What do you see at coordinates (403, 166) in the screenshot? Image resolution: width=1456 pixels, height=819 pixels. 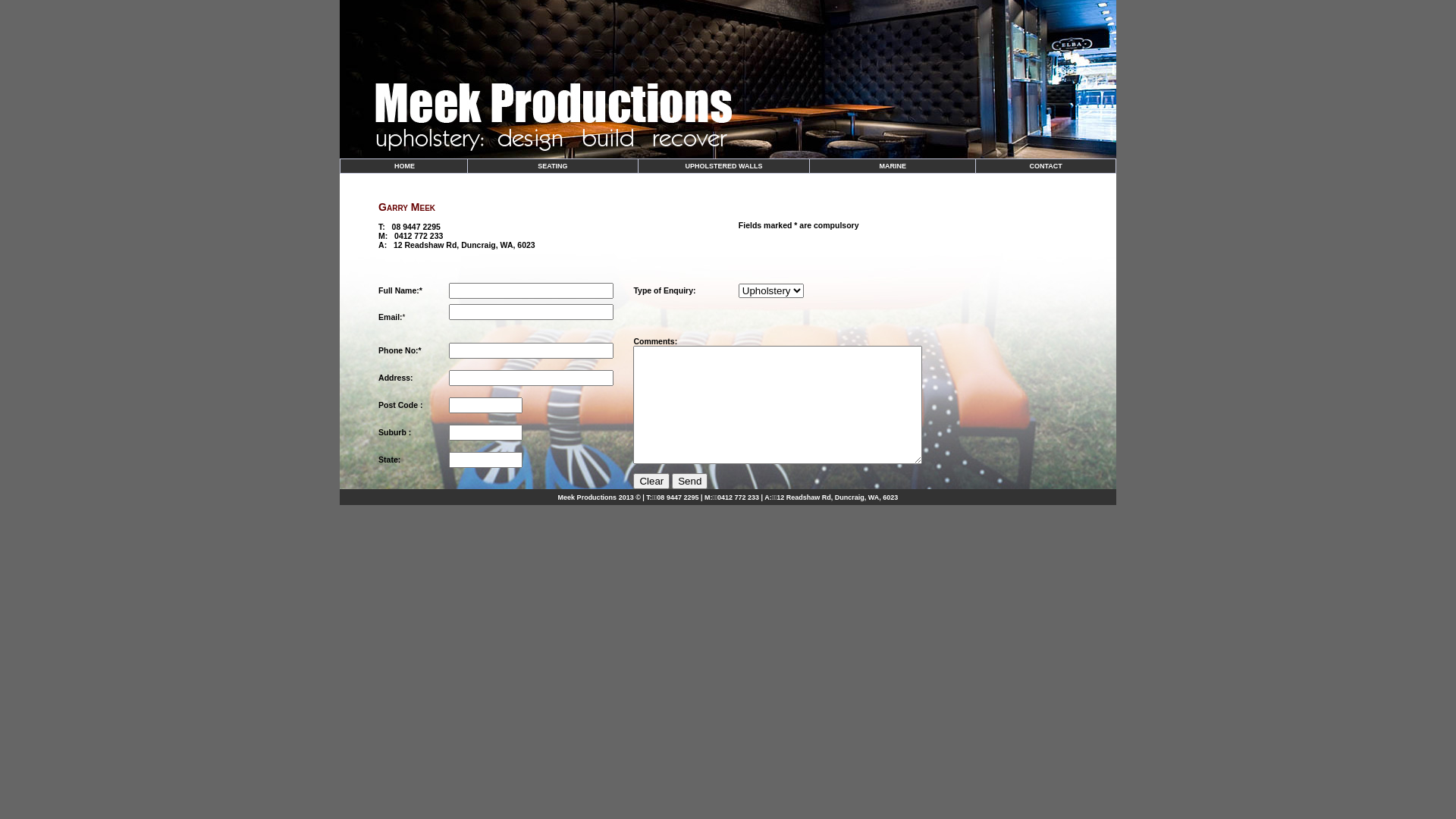 I see `' HOME'` at bounding box center [403, 166].